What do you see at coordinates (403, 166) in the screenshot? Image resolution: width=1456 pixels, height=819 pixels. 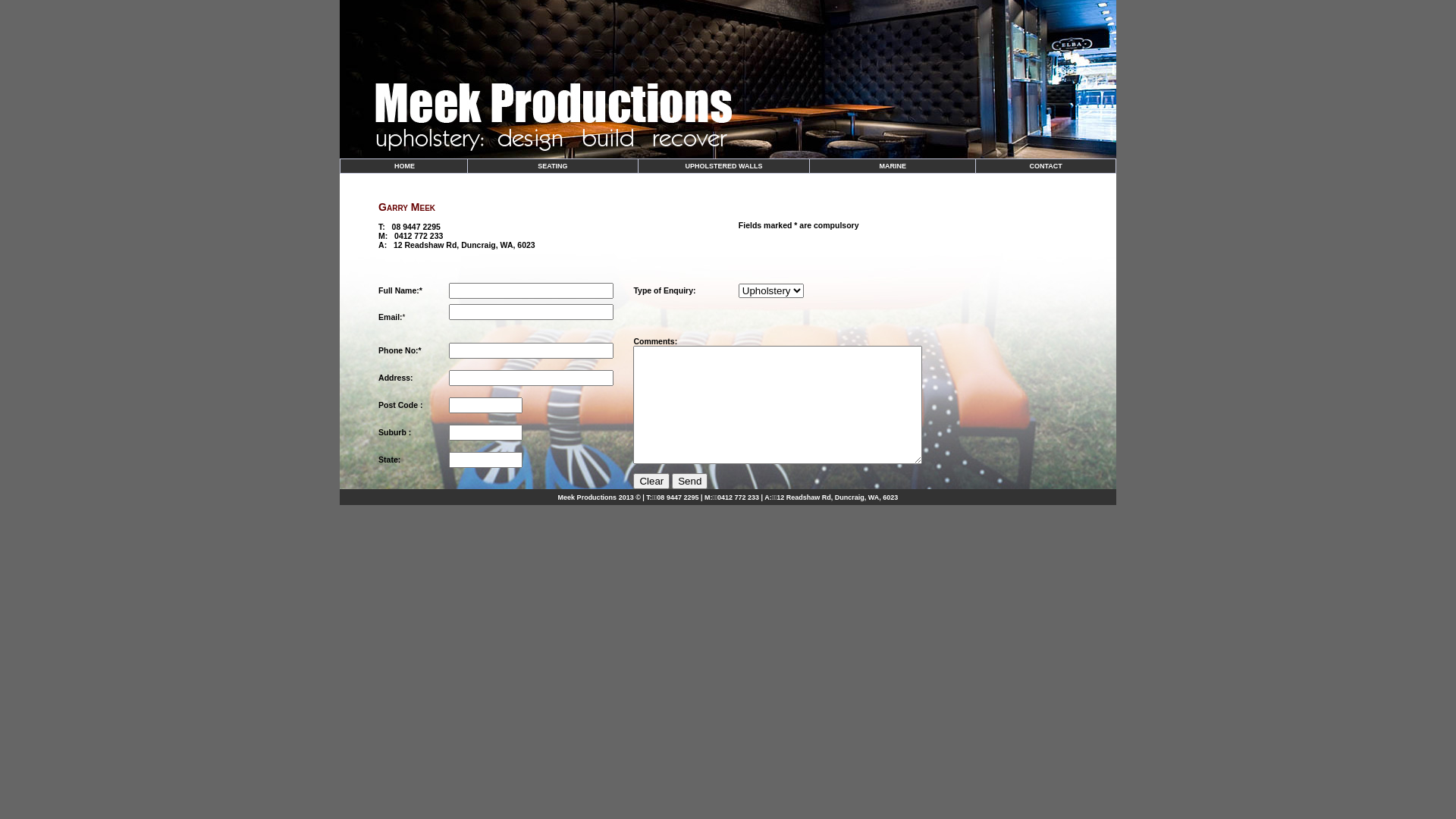 I see `' HOME'` at bounding box center [403, 166].